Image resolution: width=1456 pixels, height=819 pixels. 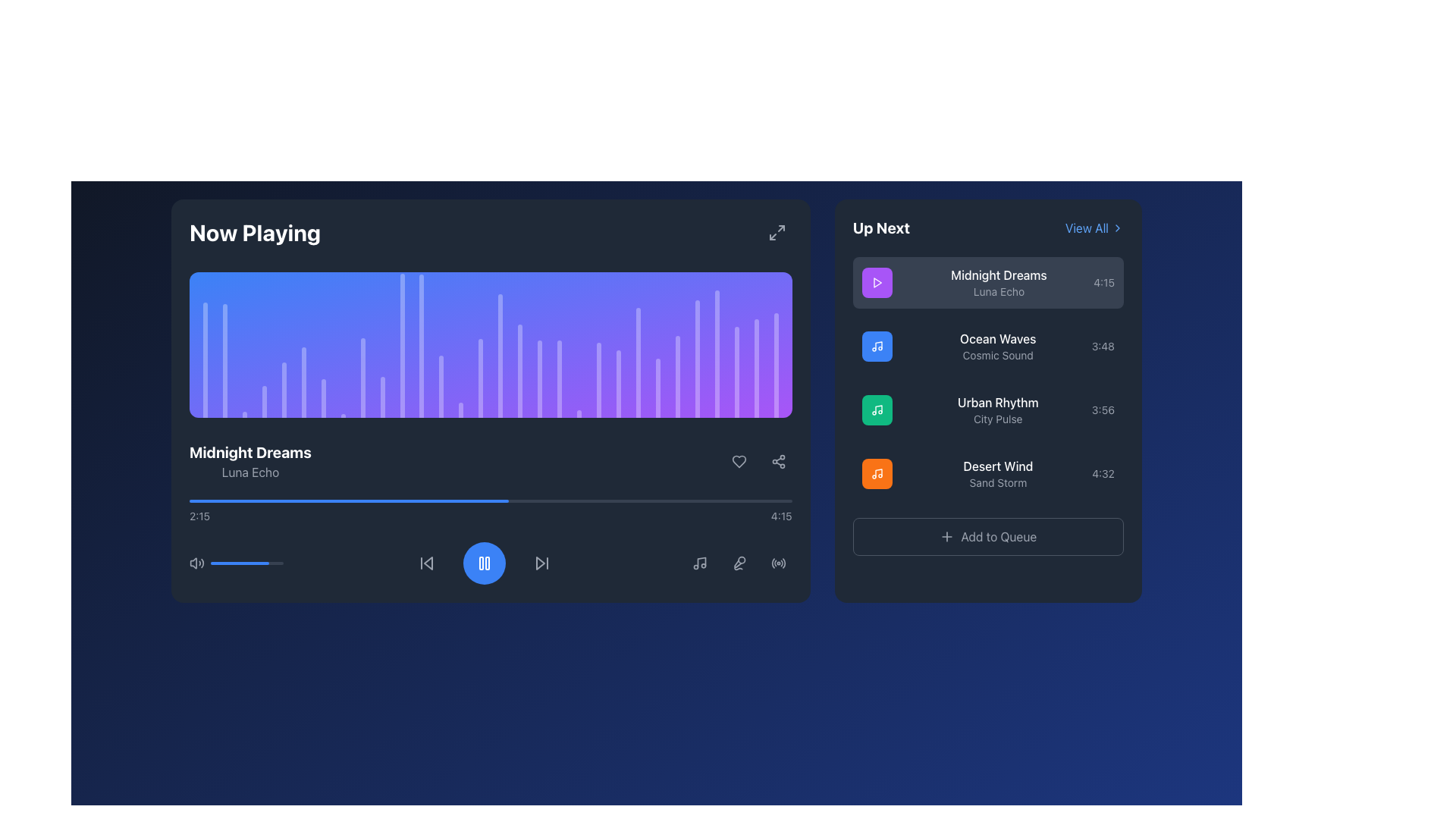 What do you see at coordinates (484, 563) in the screenshot?
I see `the pause button located in the media control panel` at bounding box center [484, 563].